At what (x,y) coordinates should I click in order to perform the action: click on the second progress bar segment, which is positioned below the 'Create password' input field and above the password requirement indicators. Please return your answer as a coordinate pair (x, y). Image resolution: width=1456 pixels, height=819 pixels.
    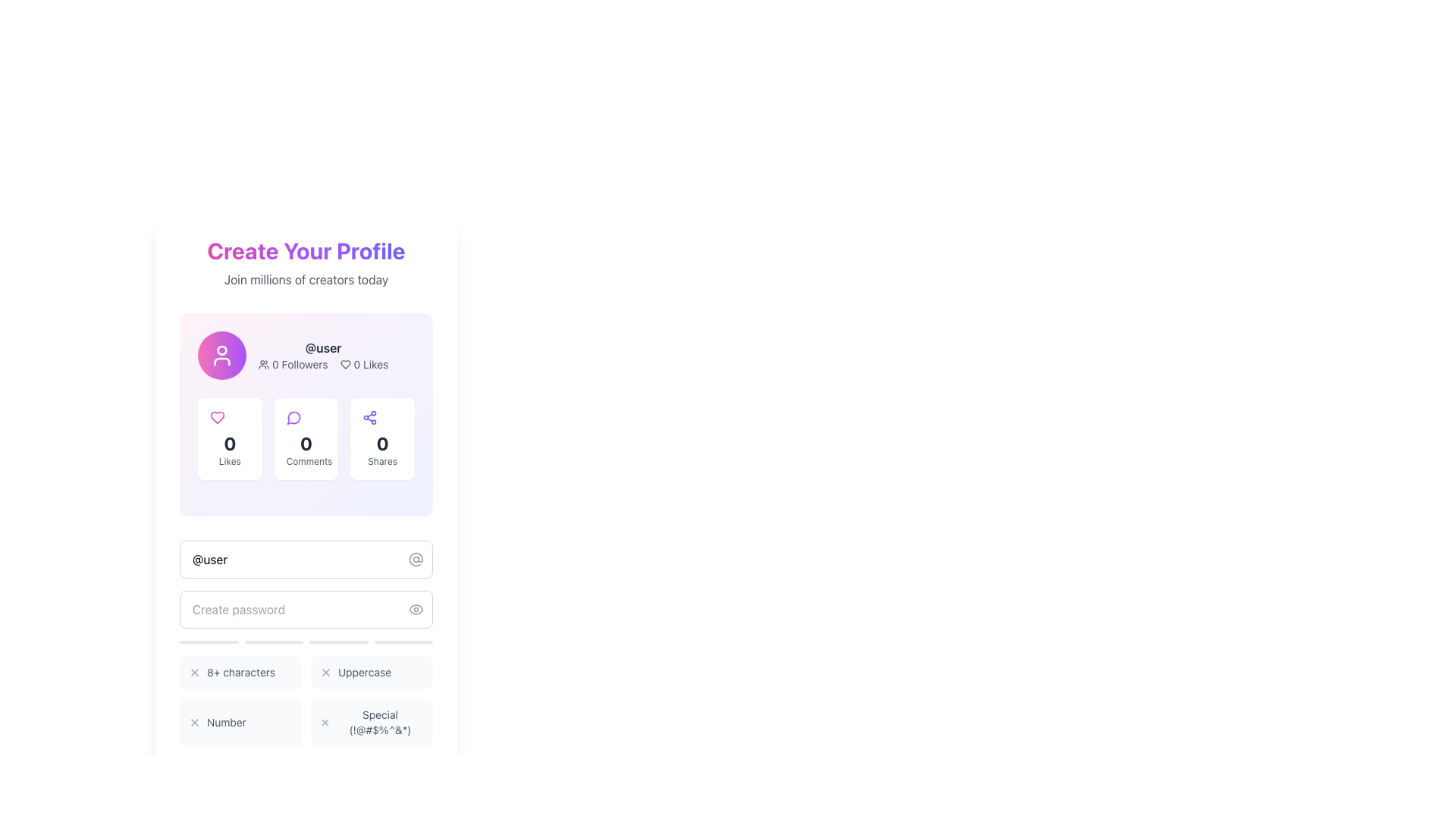
    Looking at the image, I should click on (274, 642).